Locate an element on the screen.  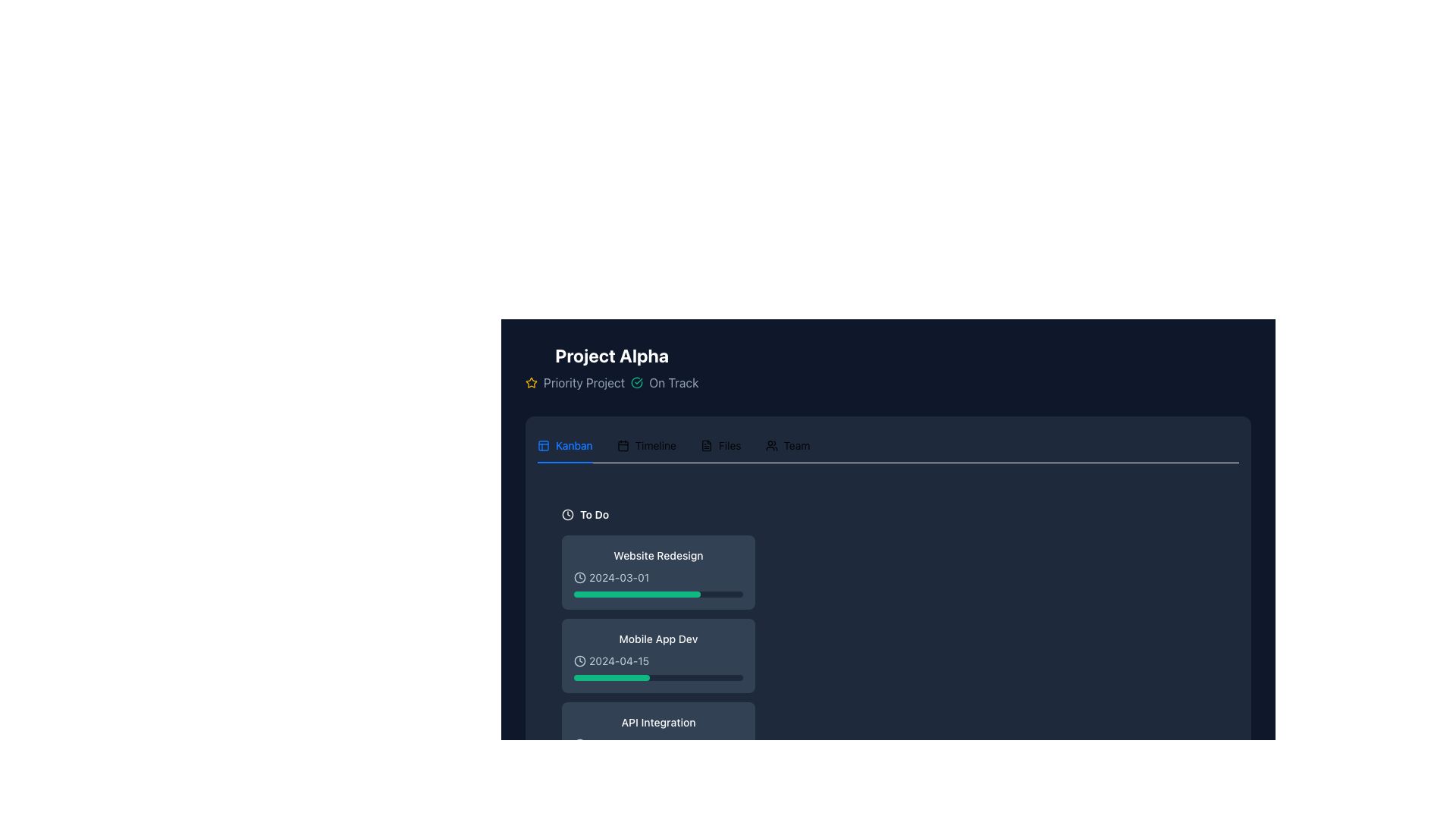
the text label displaying '2024-03-01' next to the clock icon in the 'To Do' list under the 'Website Redesign' task card is located at coordinates (619, 578).